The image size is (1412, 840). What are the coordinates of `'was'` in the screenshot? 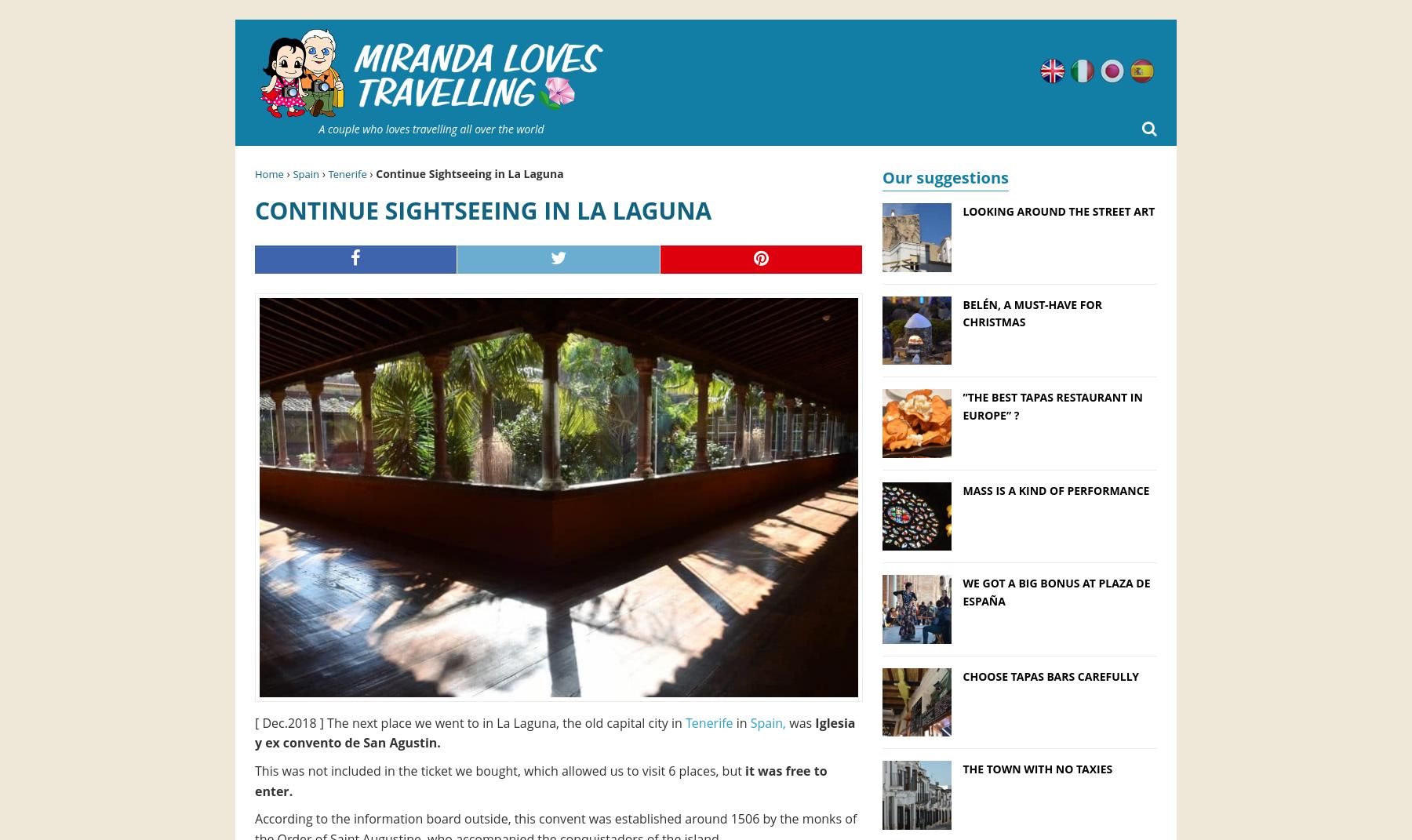 It's located at (800, 721).